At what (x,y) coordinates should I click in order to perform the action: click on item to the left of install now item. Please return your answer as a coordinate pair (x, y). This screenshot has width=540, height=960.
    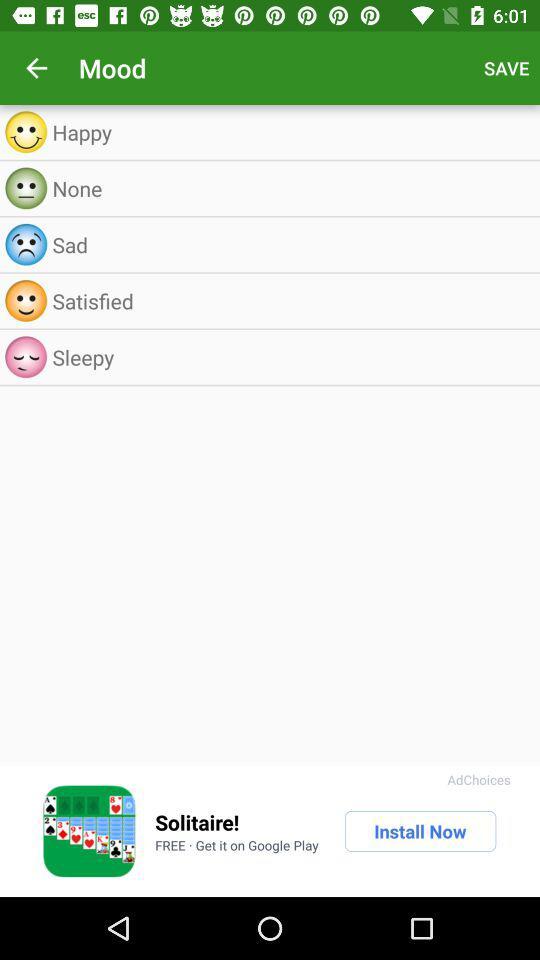
    Looking at the image, I should click on (197, 822).